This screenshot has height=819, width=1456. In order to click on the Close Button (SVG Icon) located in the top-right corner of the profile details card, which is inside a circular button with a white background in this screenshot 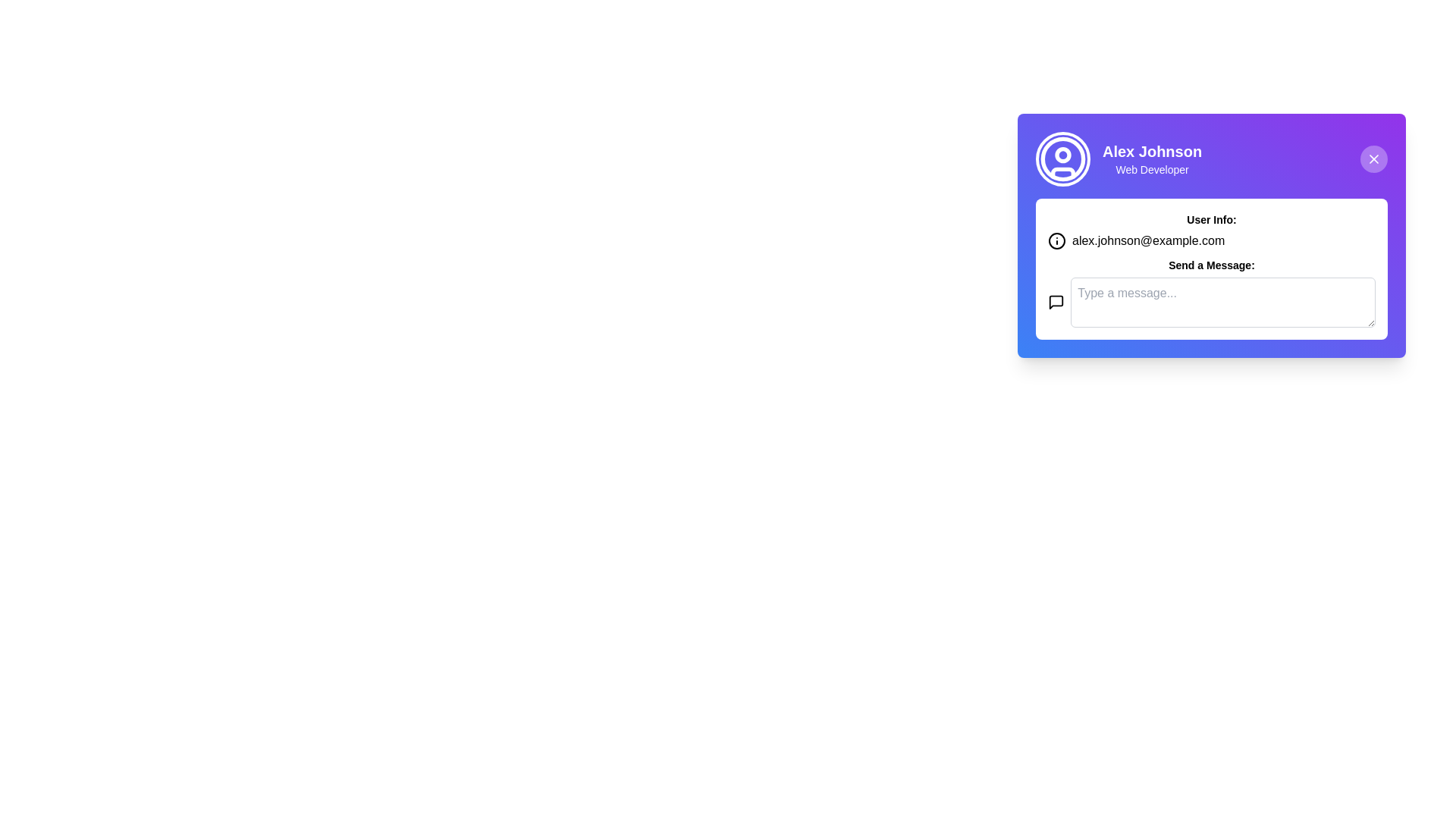, I will do `click(1373, 158)`.